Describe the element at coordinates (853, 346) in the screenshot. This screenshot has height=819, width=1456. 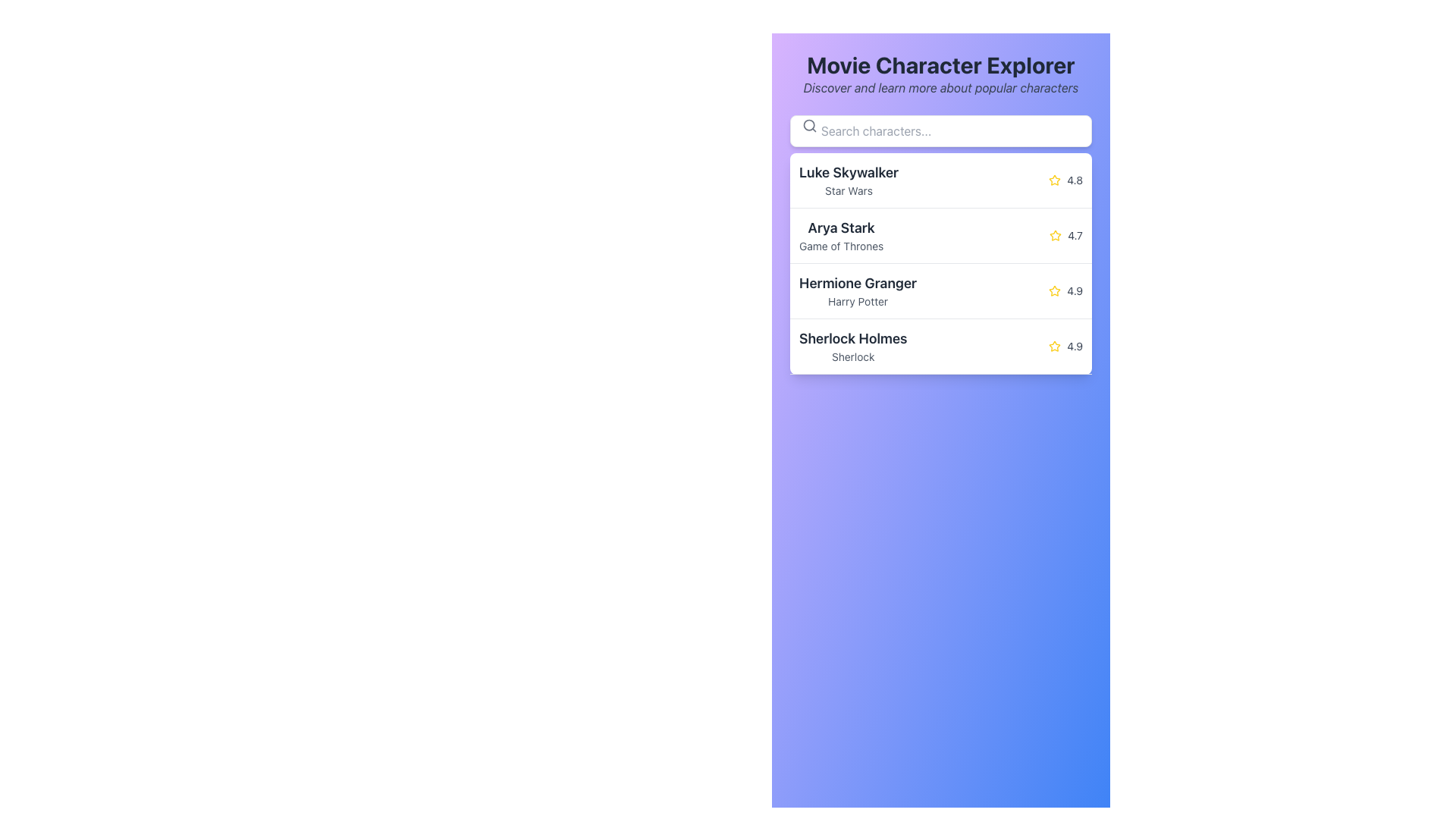
I see `the text block displaying 'Sherlock Holmes'` at that location.